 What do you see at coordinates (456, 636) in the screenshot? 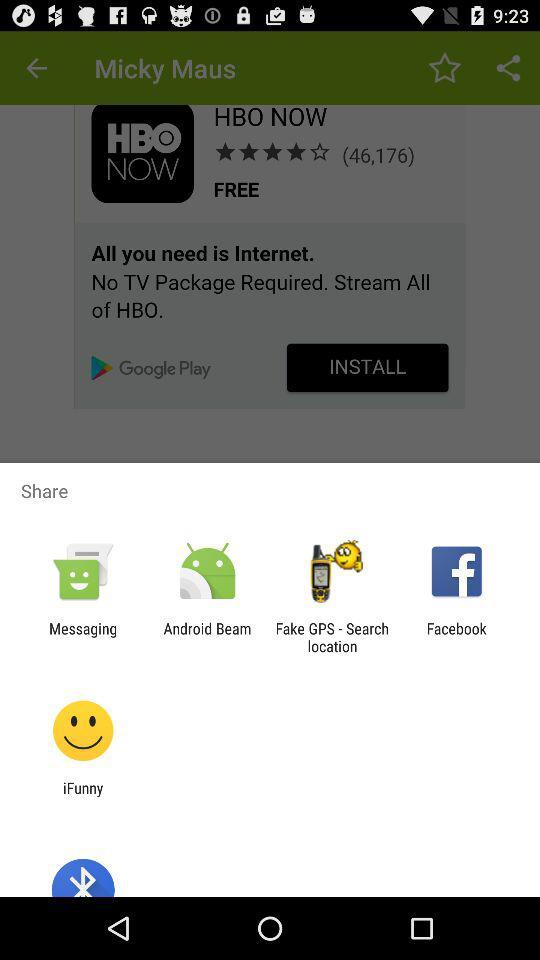
I see `facebook` at bounding box center [456, 636].